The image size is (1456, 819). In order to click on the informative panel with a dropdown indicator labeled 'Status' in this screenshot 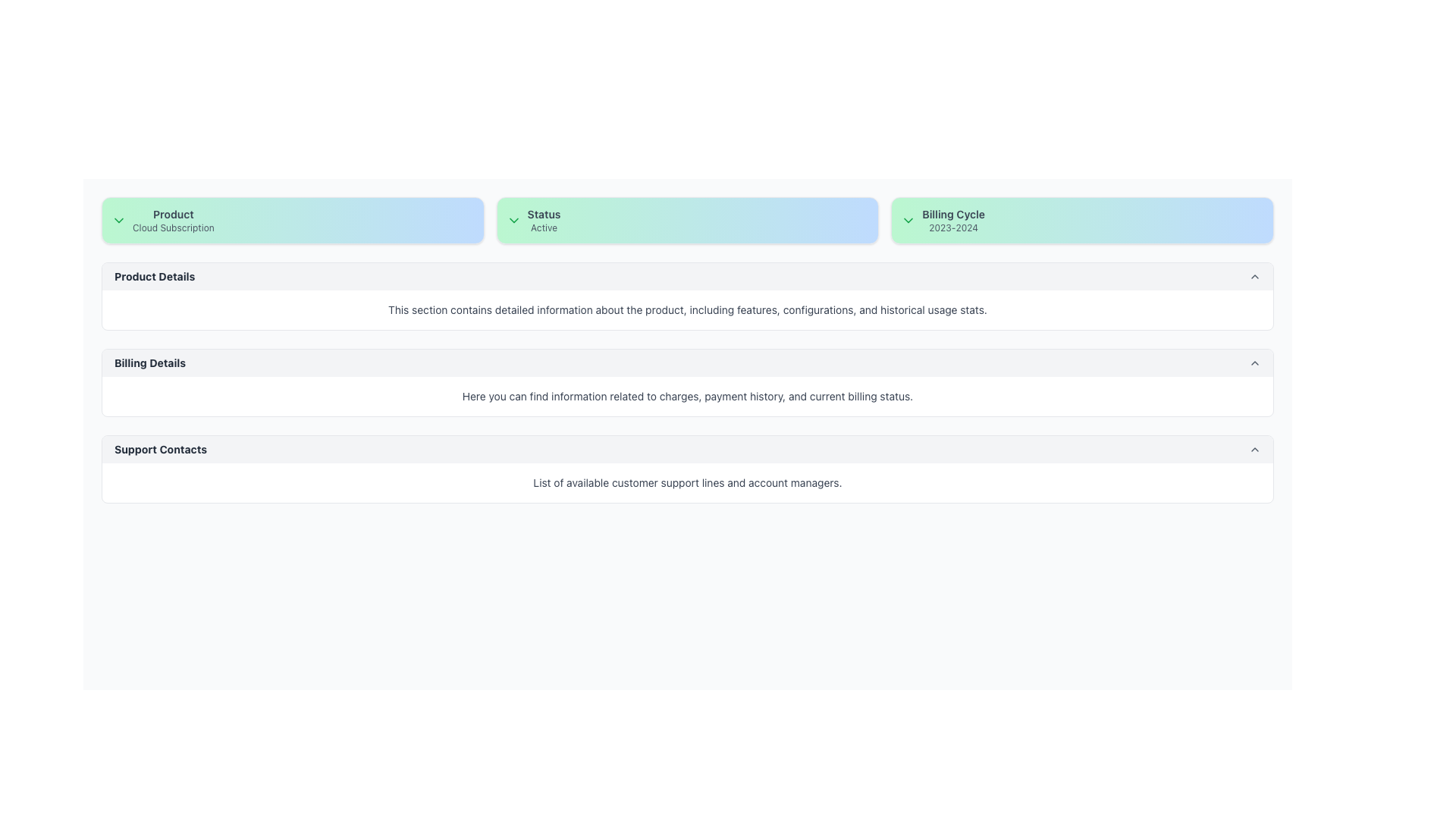, I will do `click(687, 220)`.